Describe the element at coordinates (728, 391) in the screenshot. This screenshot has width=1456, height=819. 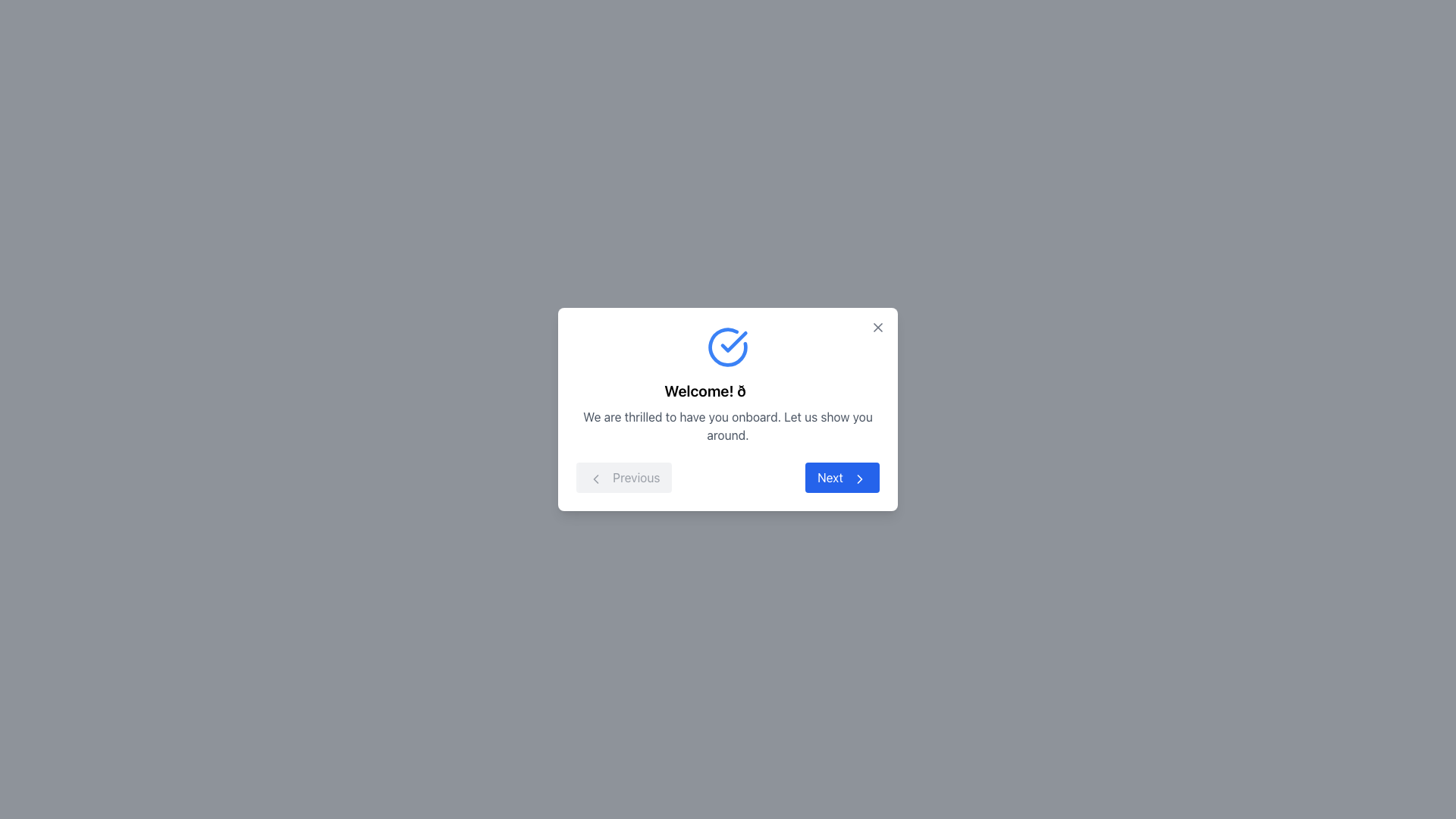
I see `welcoming heading text located in the modal, which is centered below the circular checkmark icon and above the descriptive text block` at that location.